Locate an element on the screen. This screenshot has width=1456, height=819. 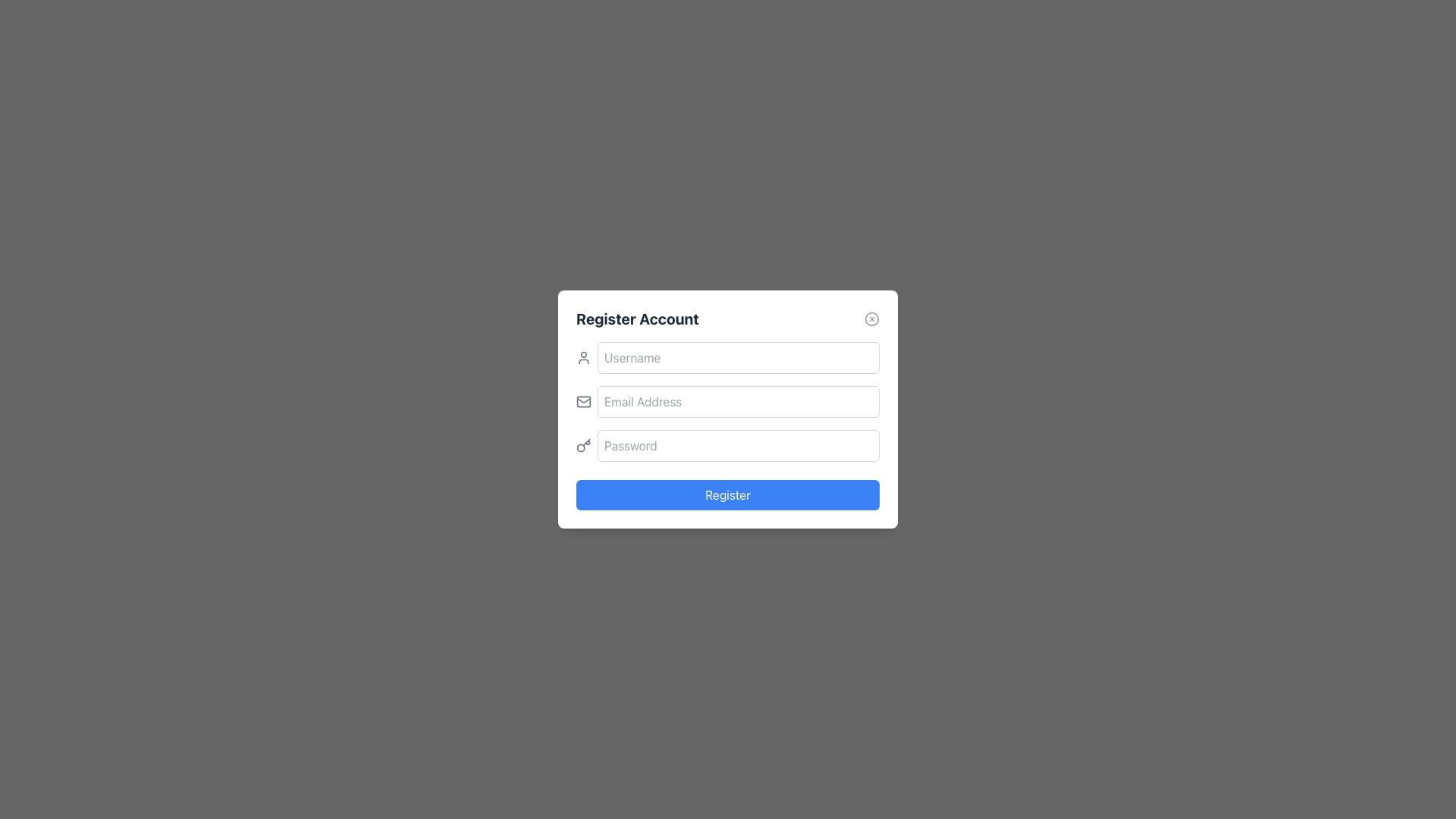
the key icon located to the left of the password input field, which is minimalistic with a hollow interior and gray color is located at coordinates (582, 444).